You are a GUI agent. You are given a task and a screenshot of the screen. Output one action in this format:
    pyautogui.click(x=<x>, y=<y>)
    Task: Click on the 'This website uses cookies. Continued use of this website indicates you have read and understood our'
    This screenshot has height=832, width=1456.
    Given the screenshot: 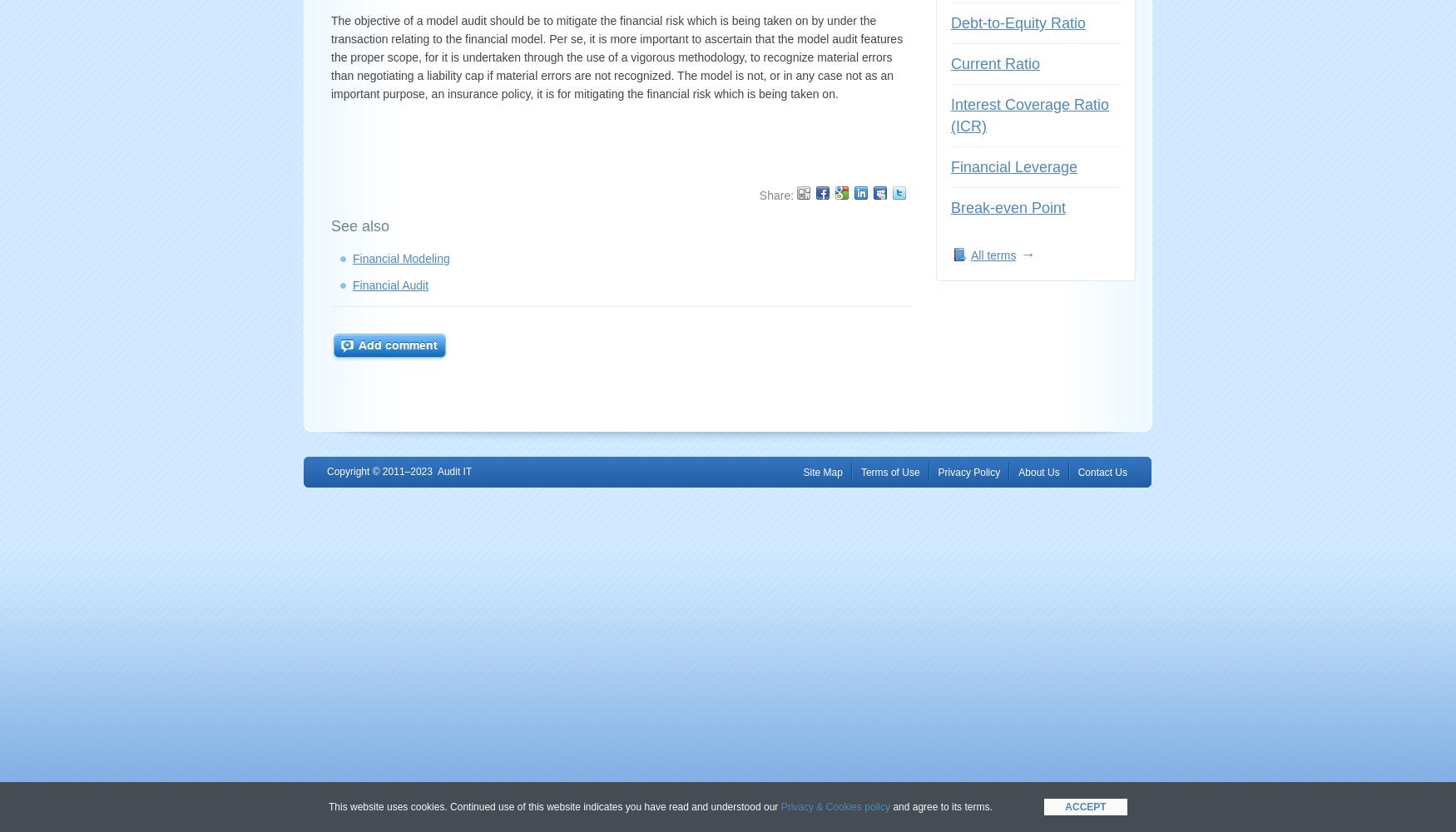 What is the action you would take?
    pyautogui.click(x=327, y=806)
    